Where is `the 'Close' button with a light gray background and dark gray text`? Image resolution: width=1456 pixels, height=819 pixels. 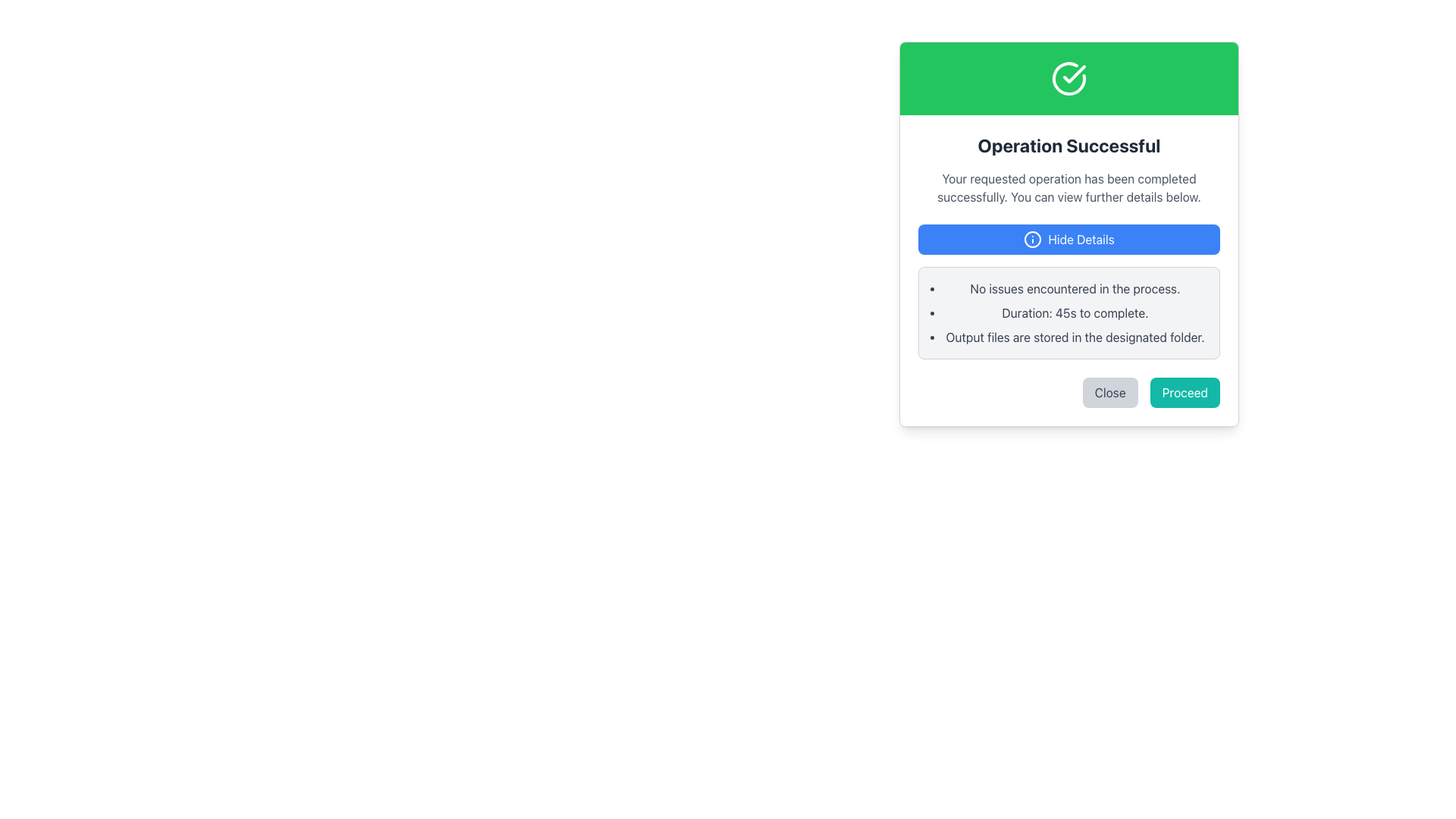 the 'Close' button with a light gray background and dark gray text is located at coordinates (1110, 391).